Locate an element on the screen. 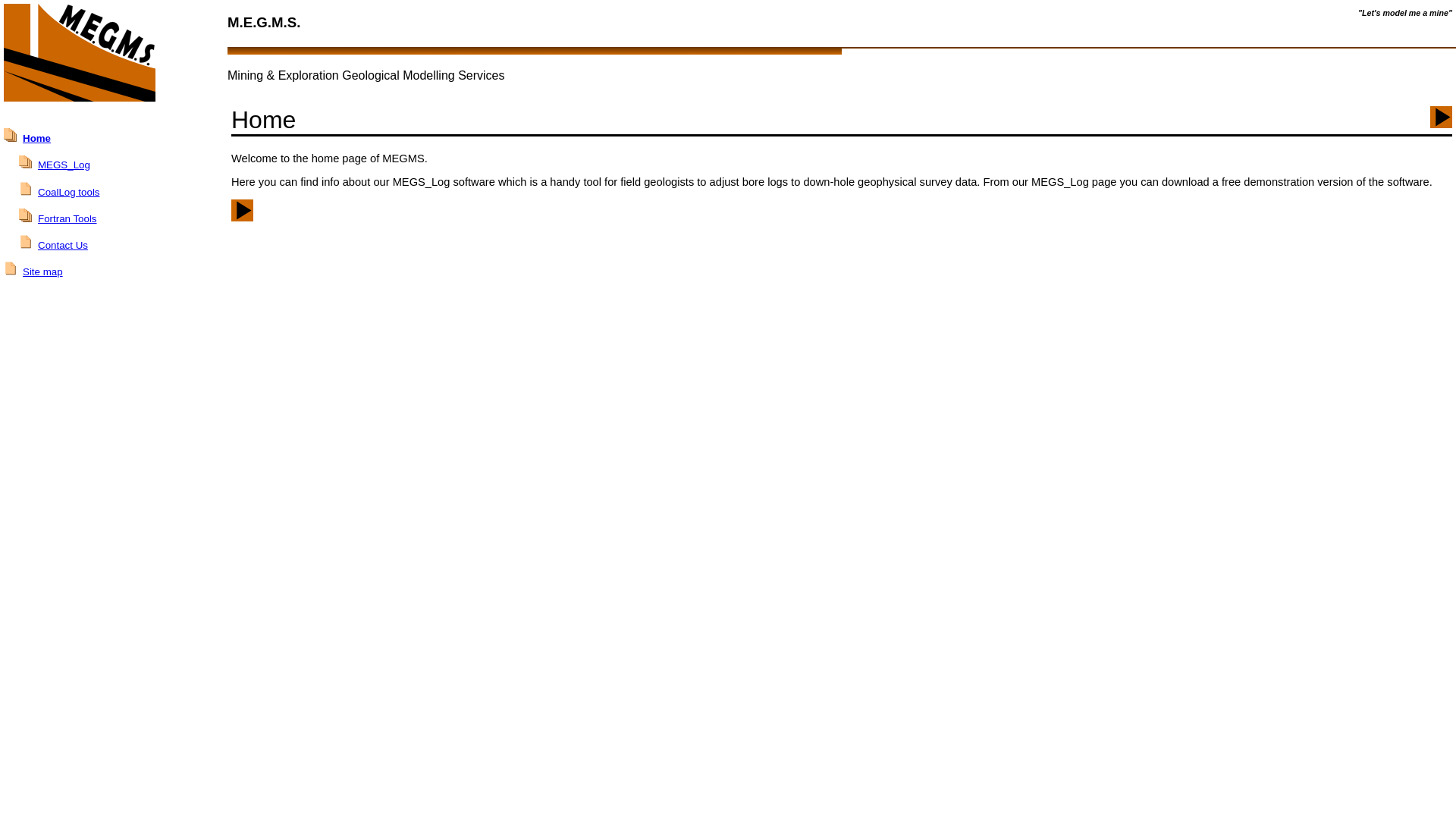 Image resolution: width=1456 pixels, height=819 pixels. 'Home' is located at coordinates (36, 138).